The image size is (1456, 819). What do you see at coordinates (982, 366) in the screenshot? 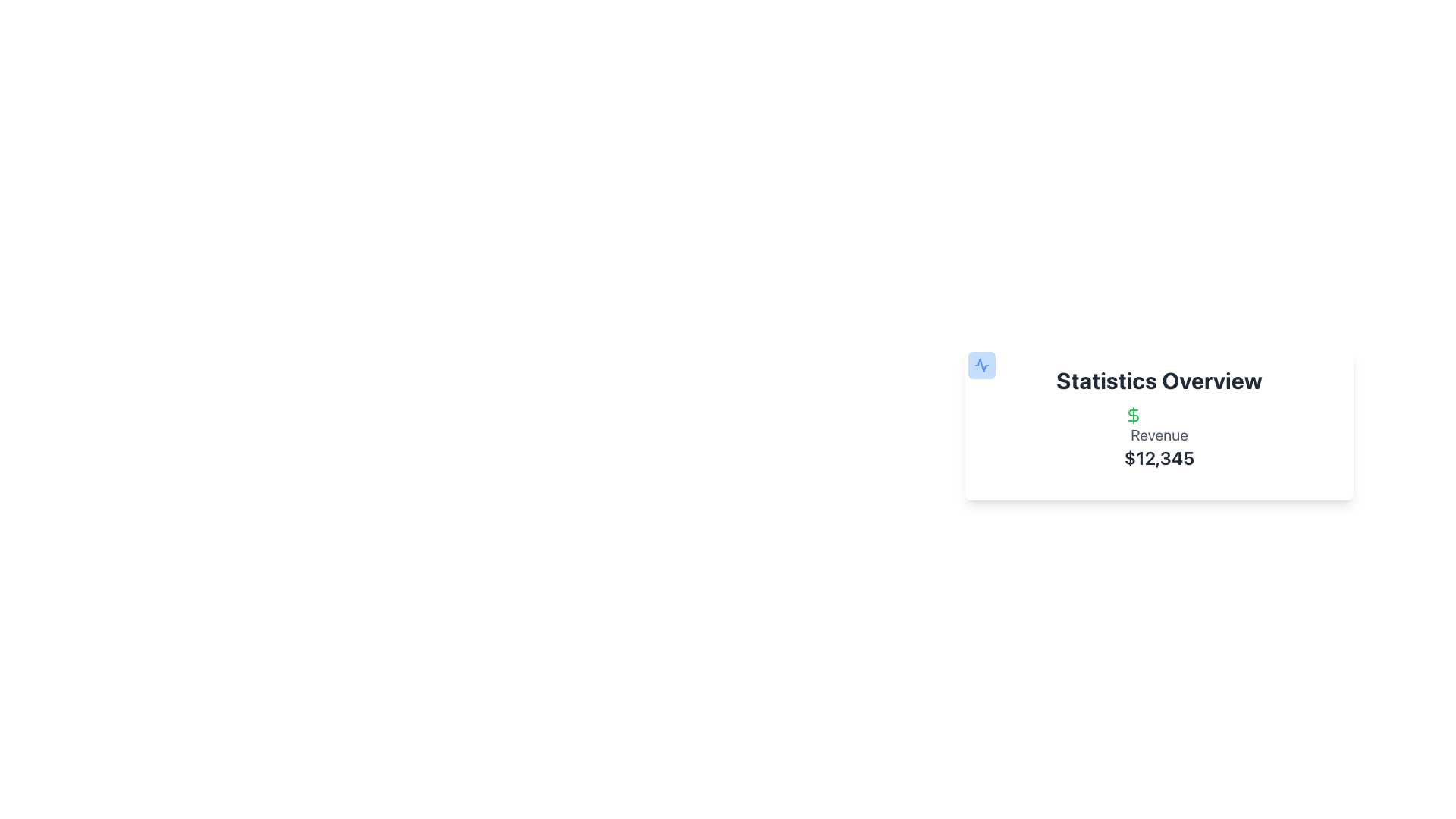
I see `the activity indicator icon located in the top-left corner of the 'Statistics Overview' card widget` at bounding box center [982, 366].